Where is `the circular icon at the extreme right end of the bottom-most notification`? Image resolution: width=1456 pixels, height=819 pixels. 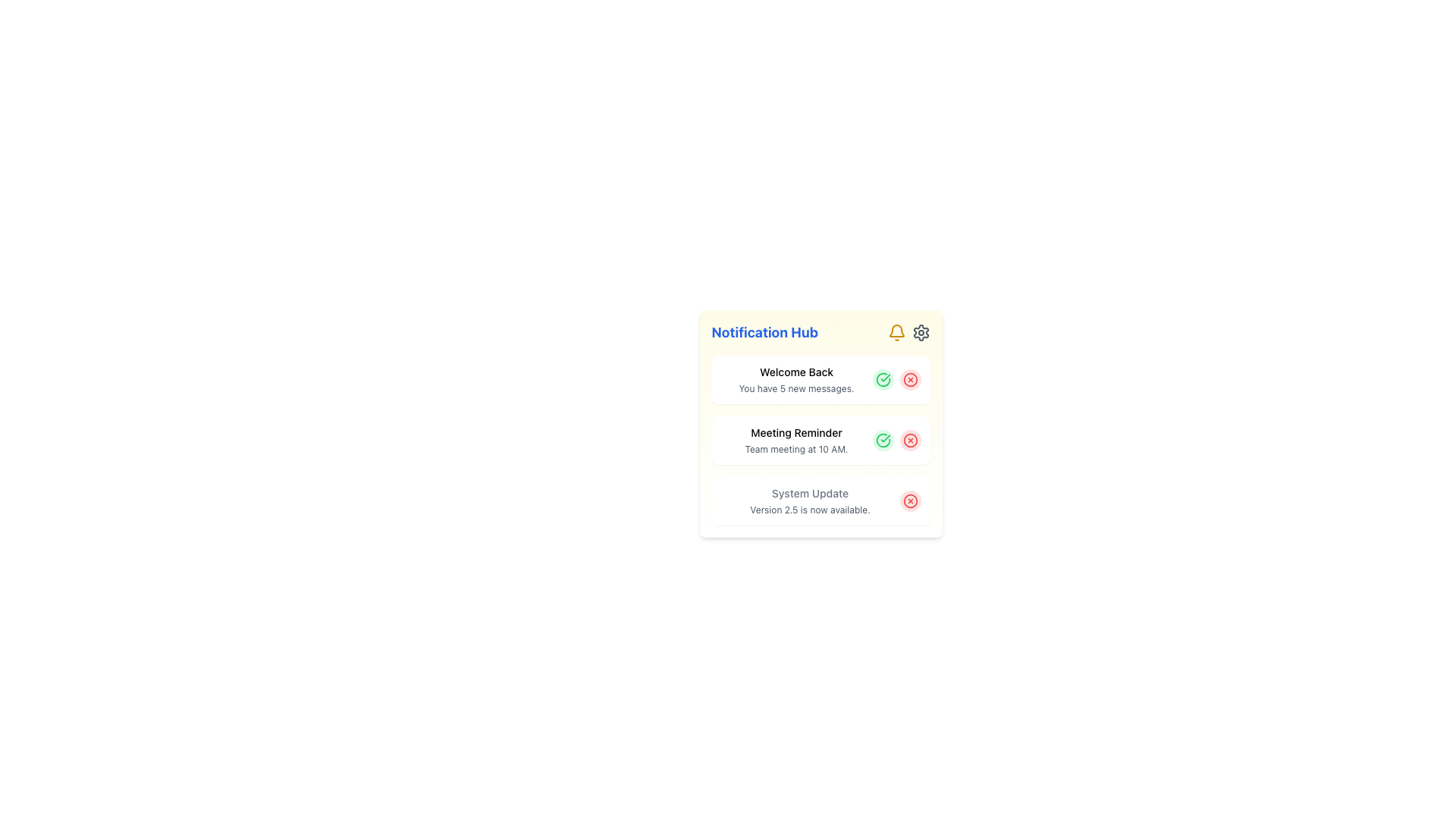 the circular icon at the extreme right end of the bottom-most notification is located at coordinates (910, 500).